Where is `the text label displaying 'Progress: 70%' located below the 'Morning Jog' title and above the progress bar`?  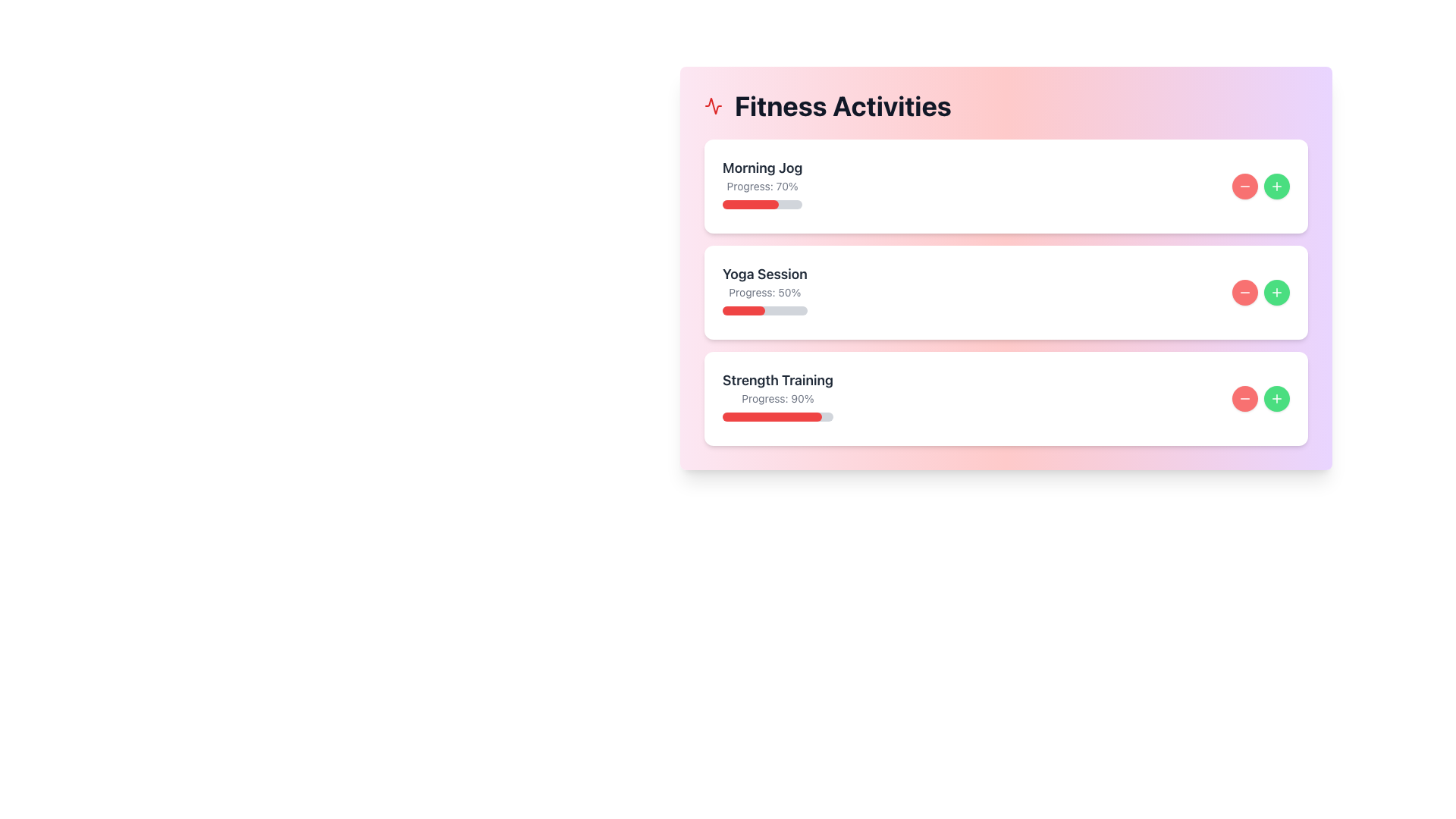 the text label displaying 'Progress: 70%' located below the 'Morning Jog' title and above the progress bar is located at coordinates (762, 186).